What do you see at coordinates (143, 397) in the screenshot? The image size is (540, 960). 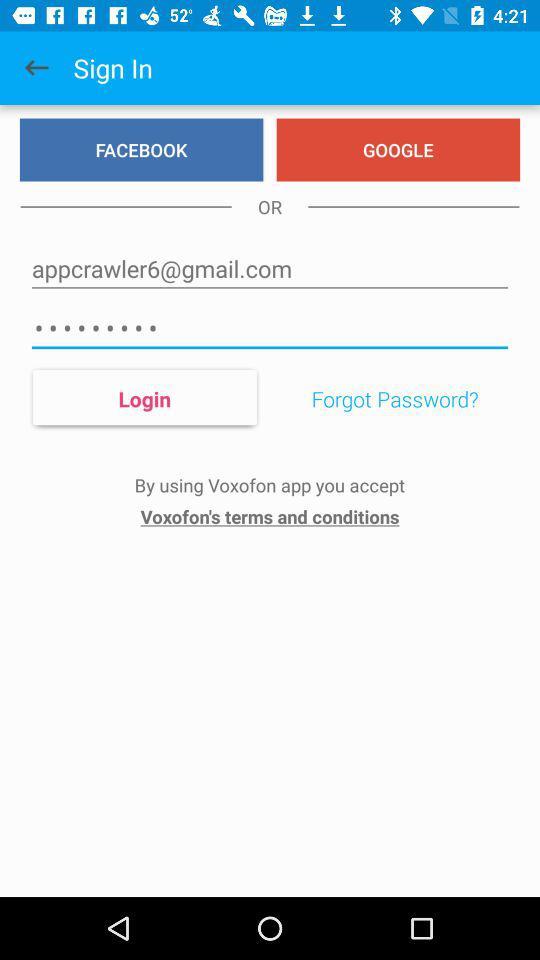 I see `the icon on the left` at bounding box center [143, 397].